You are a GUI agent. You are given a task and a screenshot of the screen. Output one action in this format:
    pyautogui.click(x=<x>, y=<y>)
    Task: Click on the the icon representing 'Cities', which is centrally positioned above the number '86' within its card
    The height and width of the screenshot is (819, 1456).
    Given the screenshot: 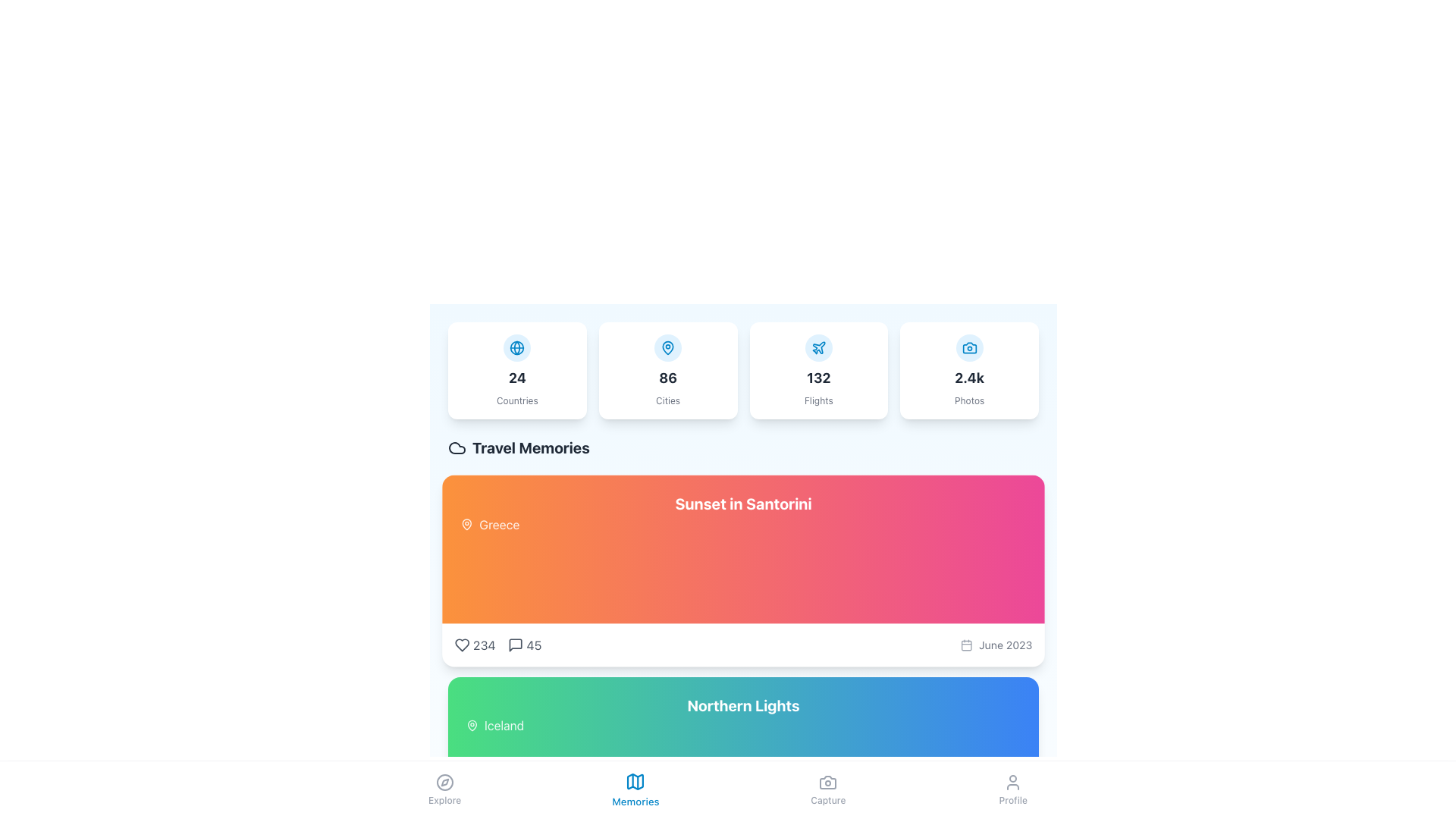 What is the action you would take?
    pyautogui.click(x=667, y=348)
    